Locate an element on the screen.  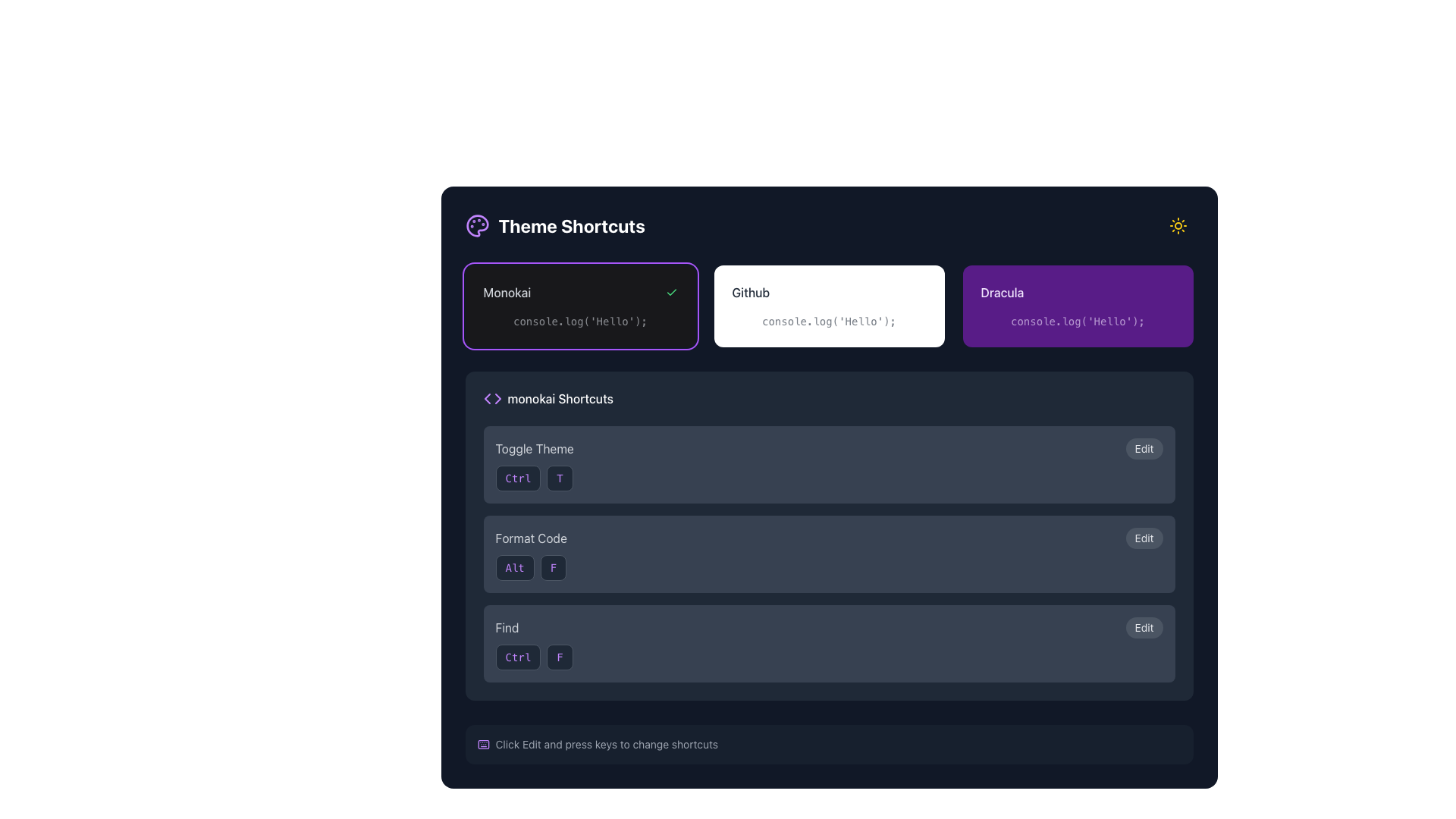
the static text block displaying the code snippet "console.log('Hello');" which is styled in light gray and located inside the white rectangular card labeled 'Github' is located at coordinates (828, 321).